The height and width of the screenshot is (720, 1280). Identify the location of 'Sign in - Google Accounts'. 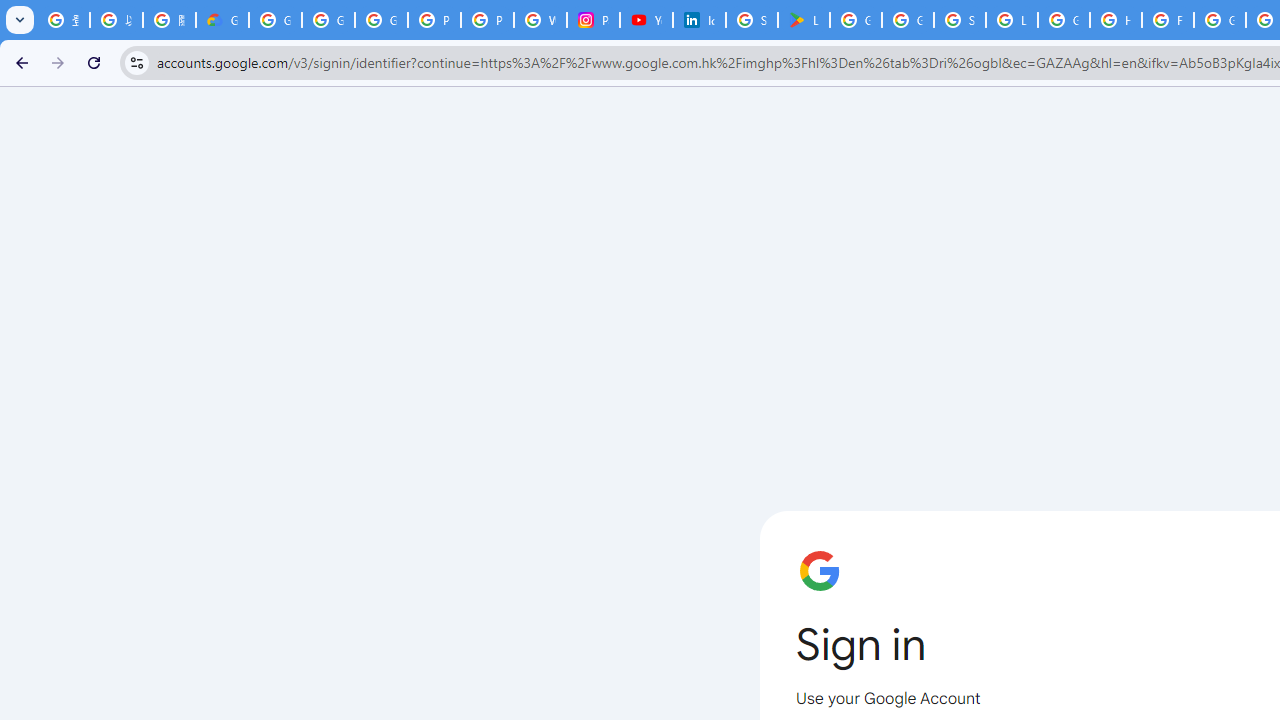
(960, 20).